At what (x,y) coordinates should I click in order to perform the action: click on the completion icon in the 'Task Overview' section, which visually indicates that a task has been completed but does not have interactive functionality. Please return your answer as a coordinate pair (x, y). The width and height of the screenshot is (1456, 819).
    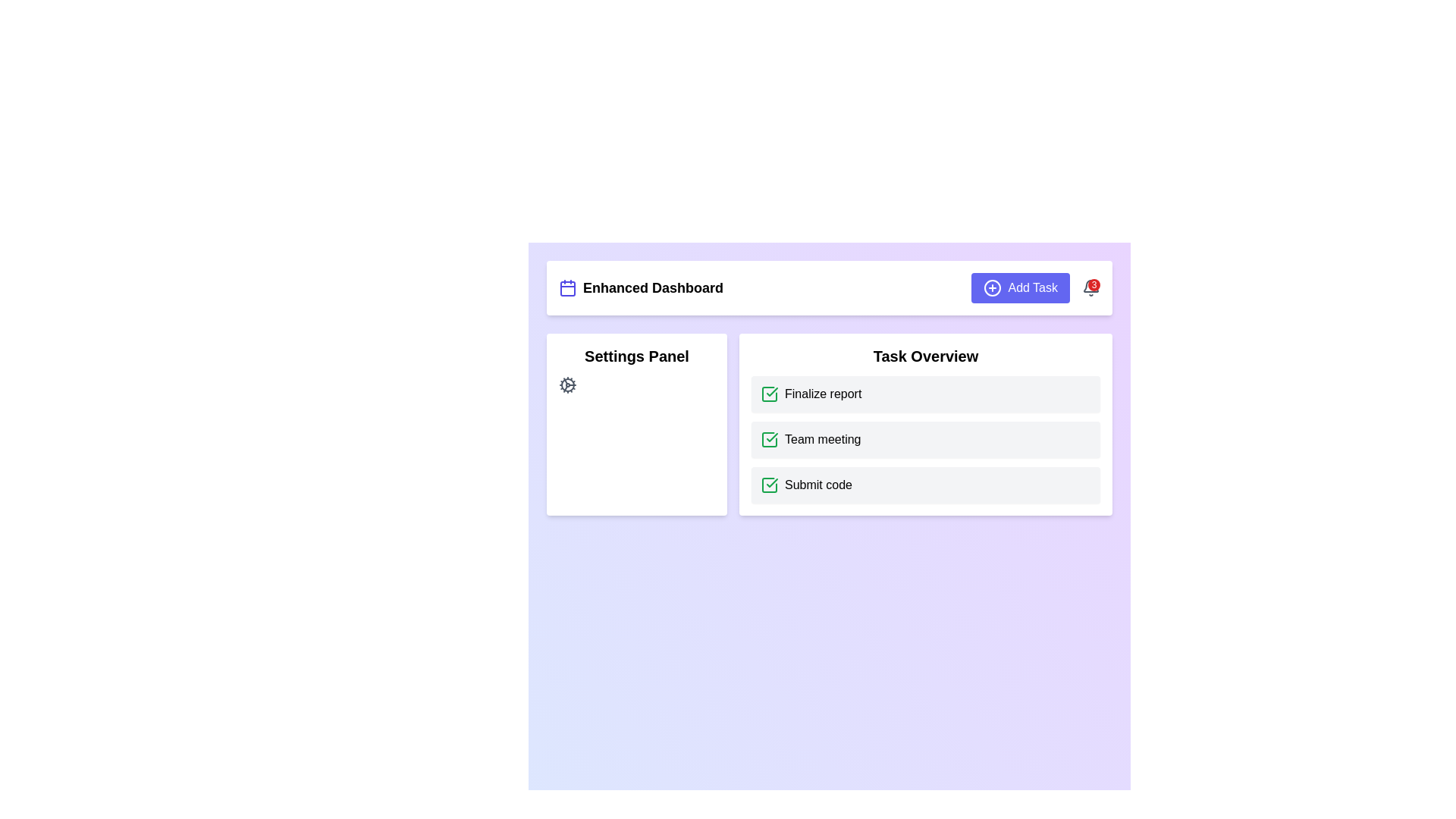
    Looking at the image, I should click on (772, 391).